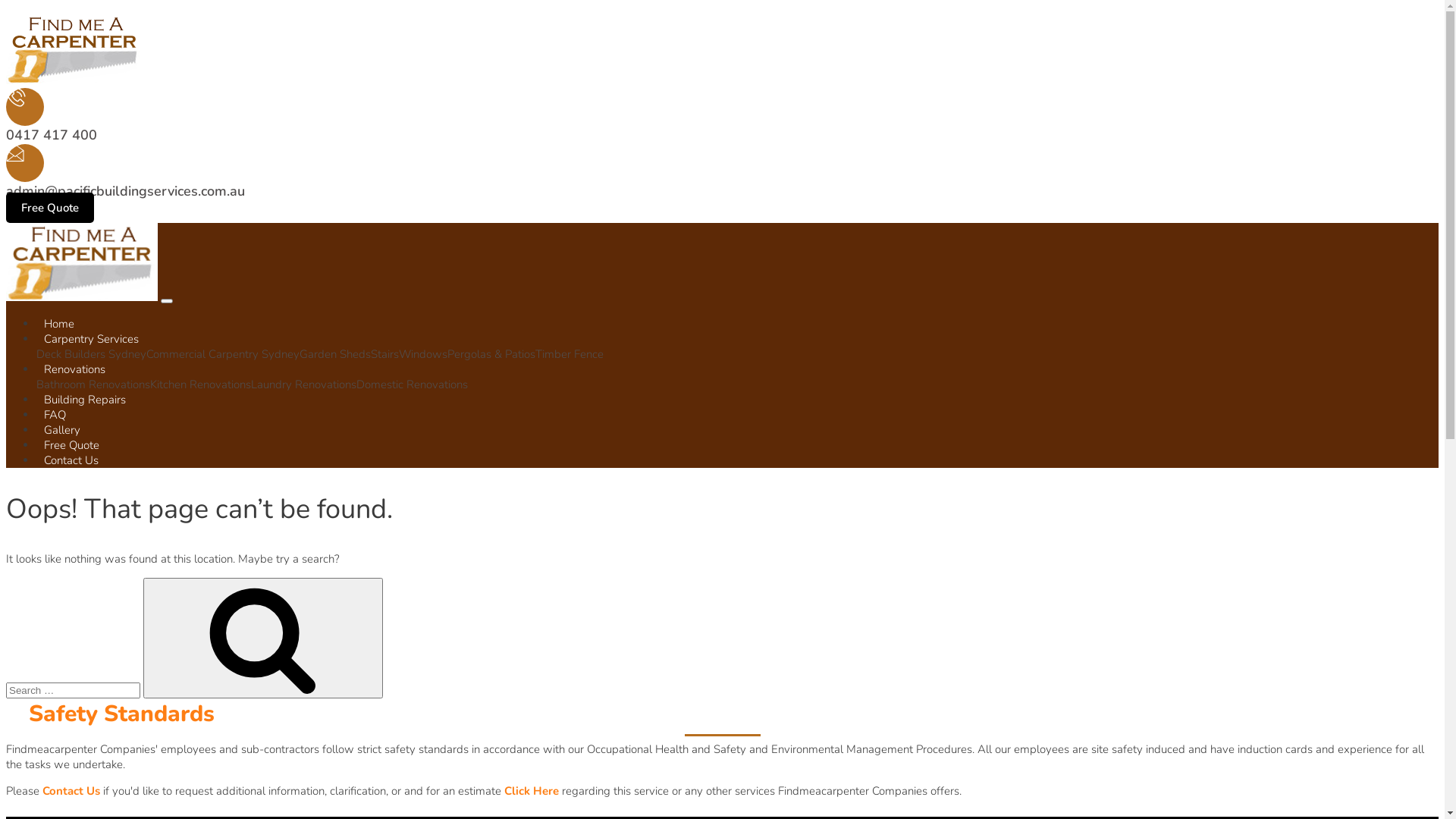 This screenshot has height=819, width=1456. Describe the element at coordinates (262, 638) in the screenshot. I see `'Search'` at that location.